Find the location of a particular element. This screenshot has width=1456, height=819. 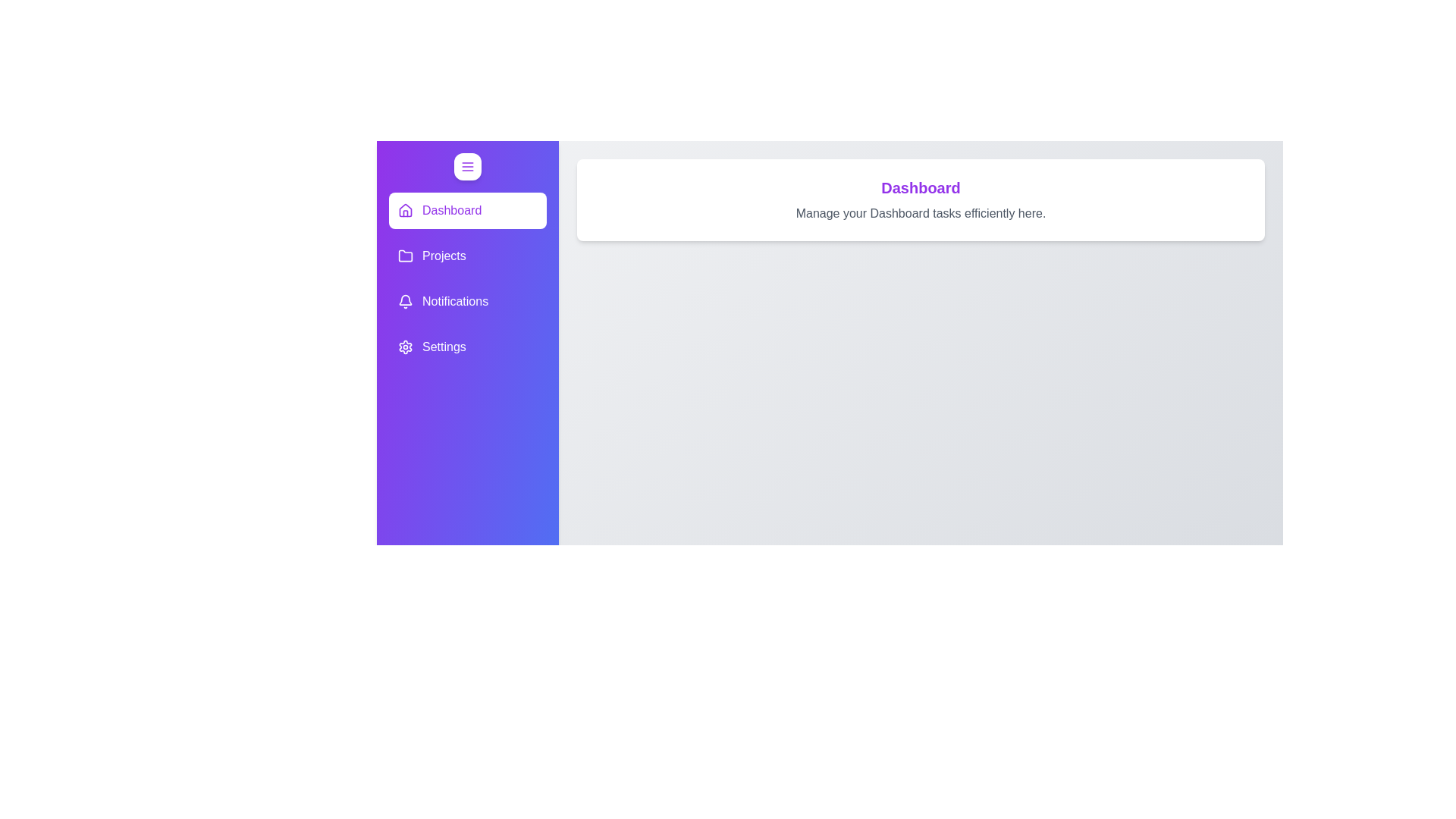

the element labeled Projects to observe its hover effects is located at coordinates (467, 256).